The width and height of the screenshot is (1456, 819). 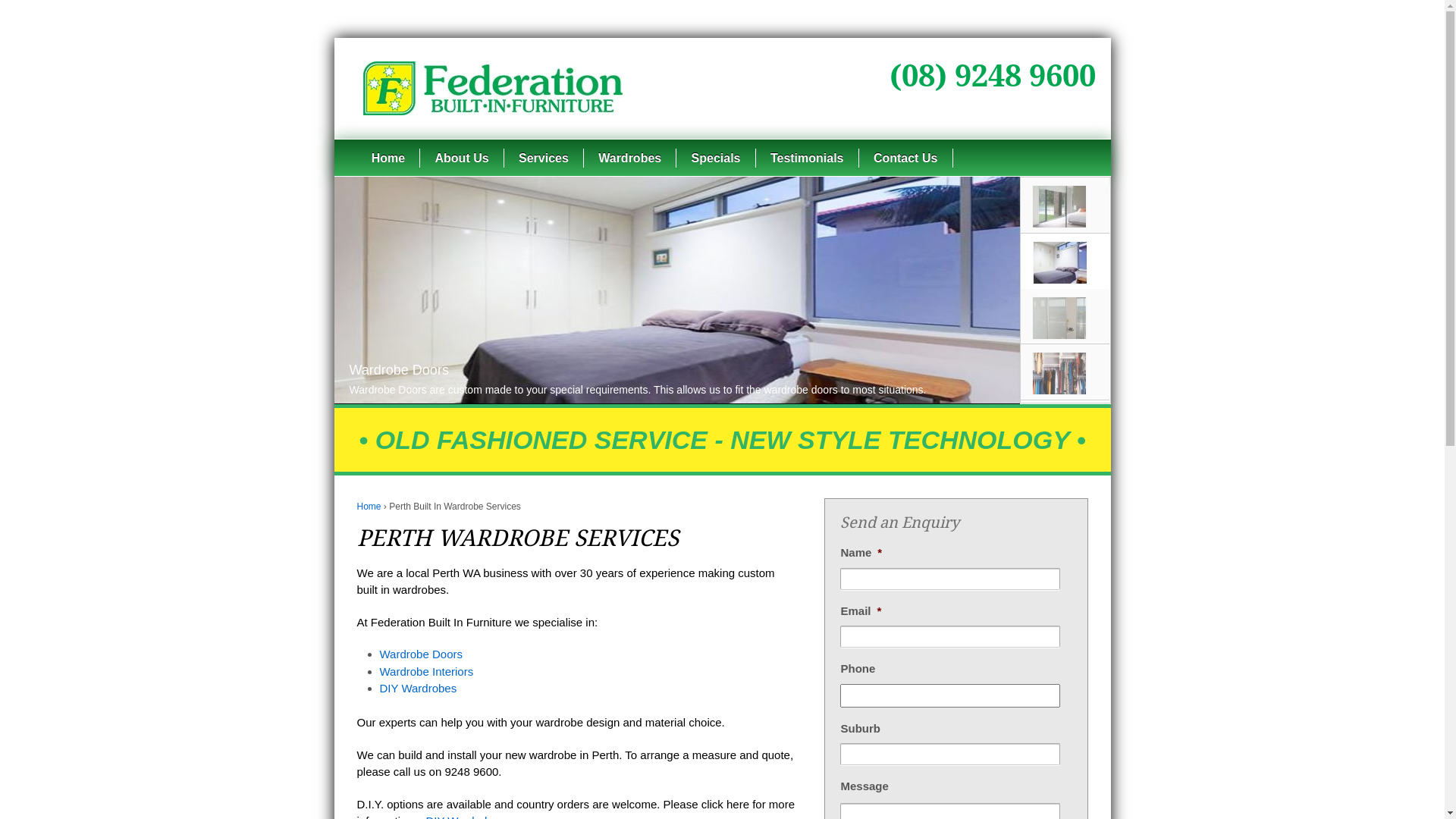 What do you see at coordinates (714, 158) in the screenshot?
I see `'Specials'` at bounding box center [714, 158].